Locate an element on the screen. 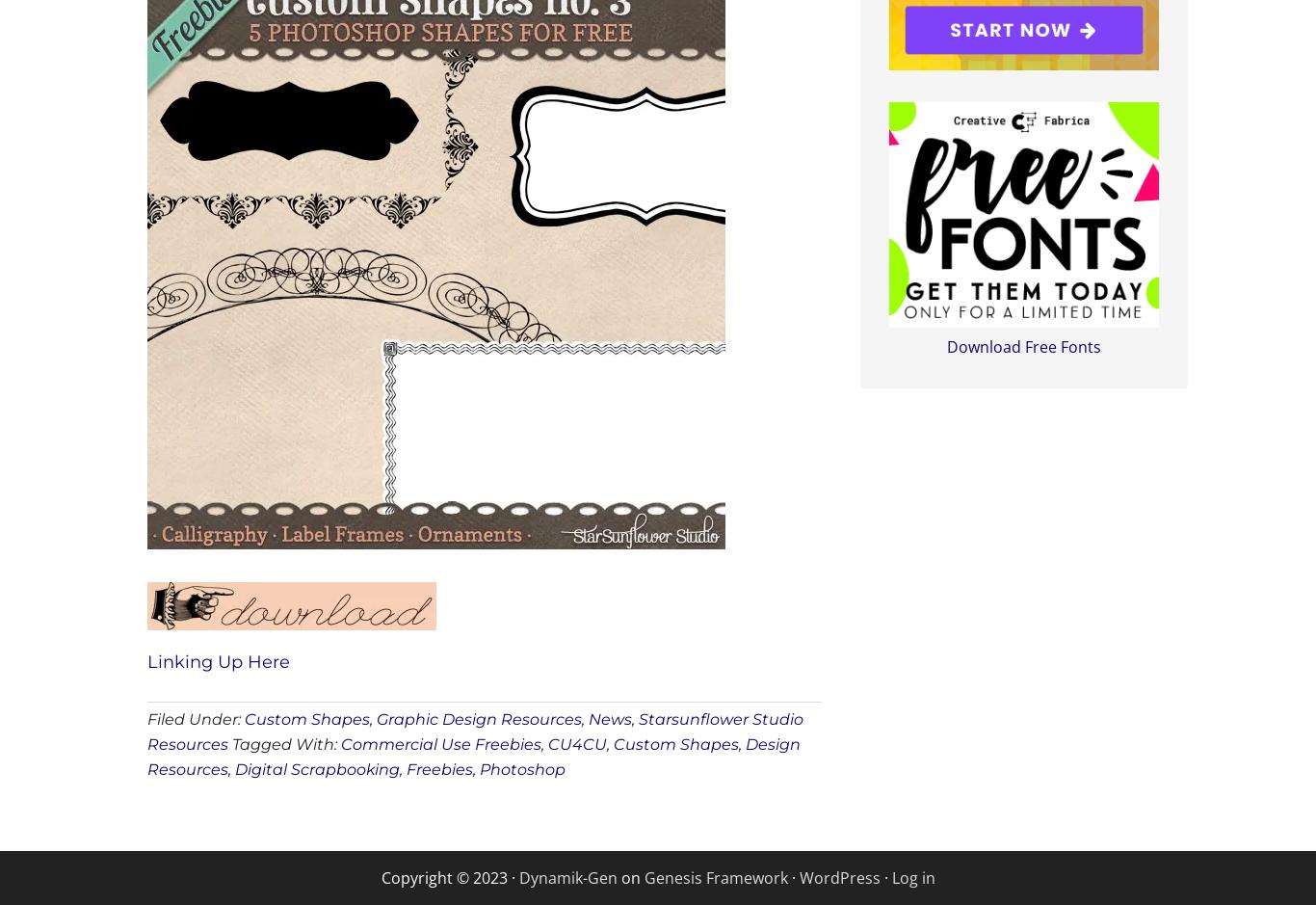 This screenshot has width=1316, height=905. 'Log in' is located at coordinates (891, 875).